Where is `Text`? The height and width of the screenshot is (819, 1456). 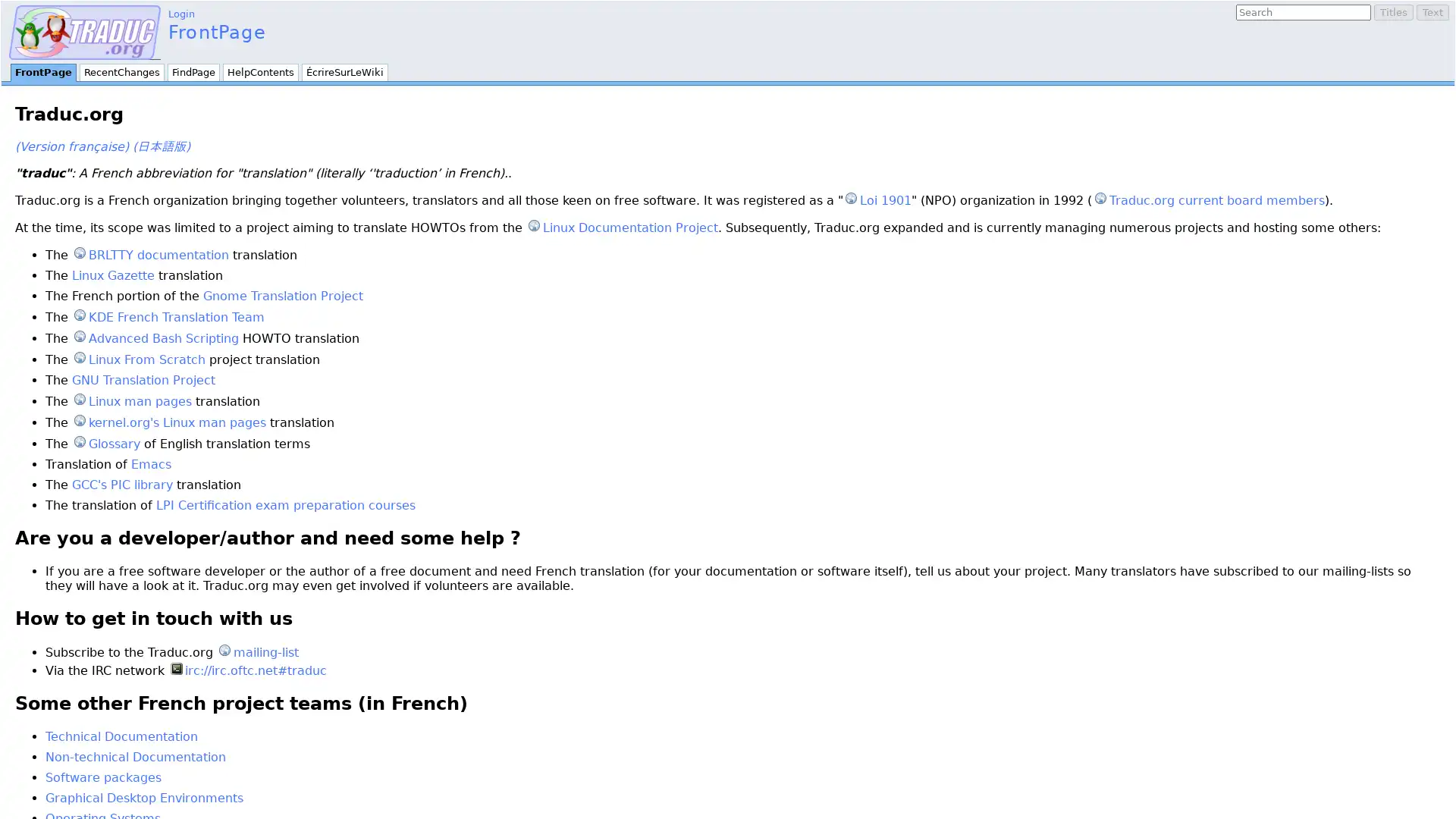 Text is located at coordinates (1432, 12).